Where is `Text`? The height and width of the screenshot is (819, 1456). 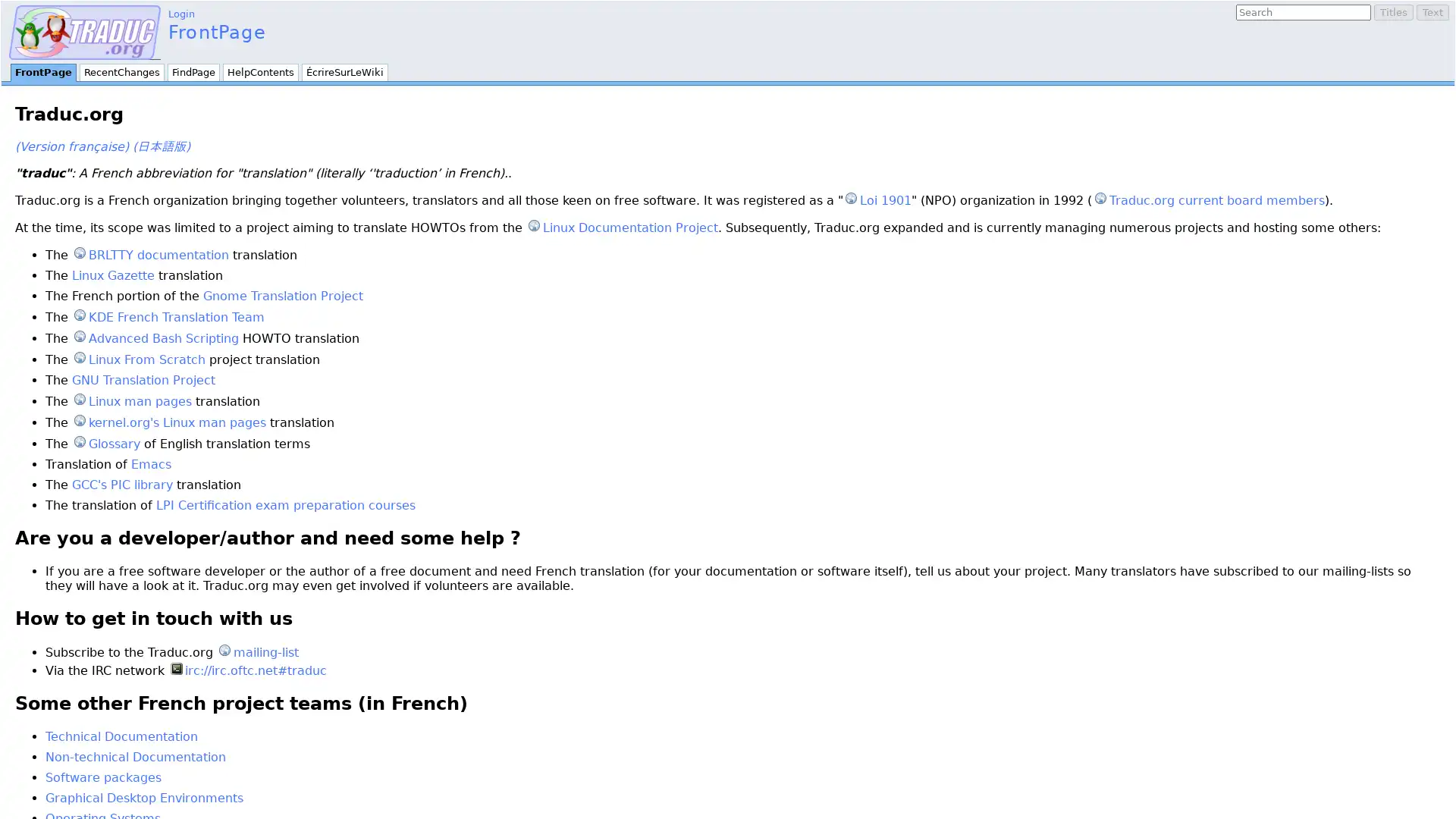 Text is located at coordinates (1432, 12).